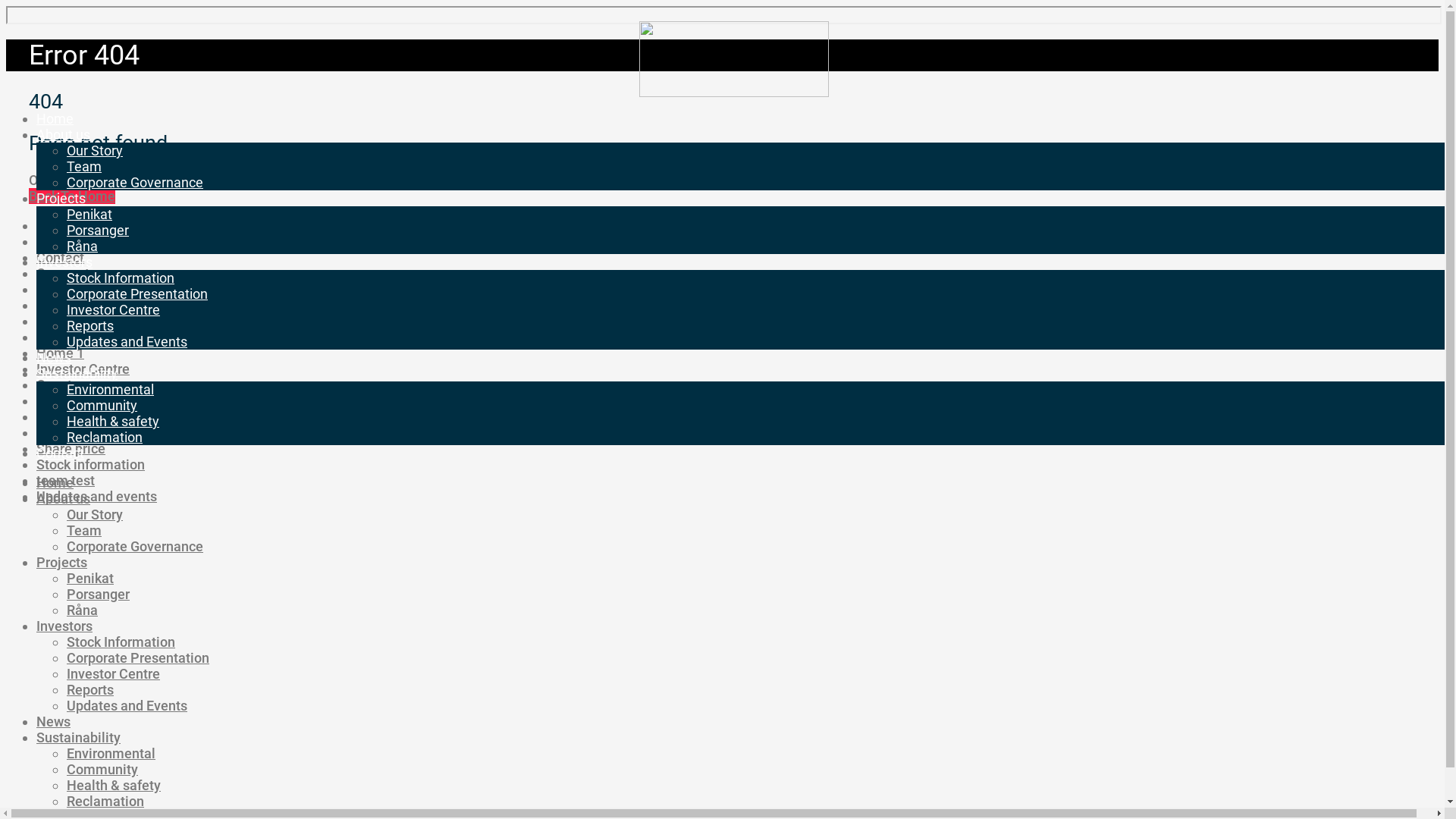  Describe the element at coordinates (101, 404) in the screenshot. I see `'Community'` at that location.